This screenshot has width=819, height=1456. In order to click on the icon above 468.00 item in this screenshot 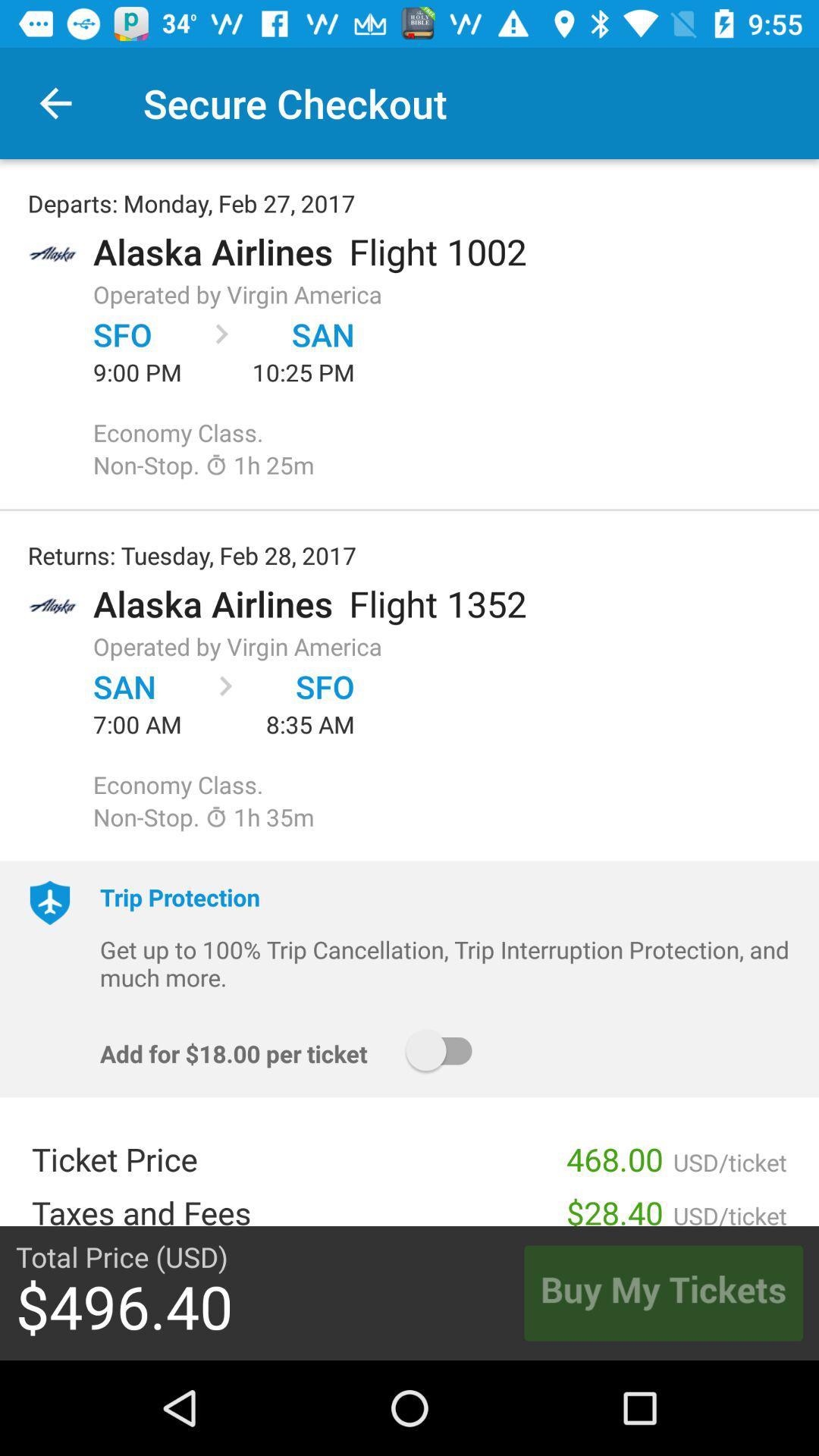, I will do `click(445, 1050)`.